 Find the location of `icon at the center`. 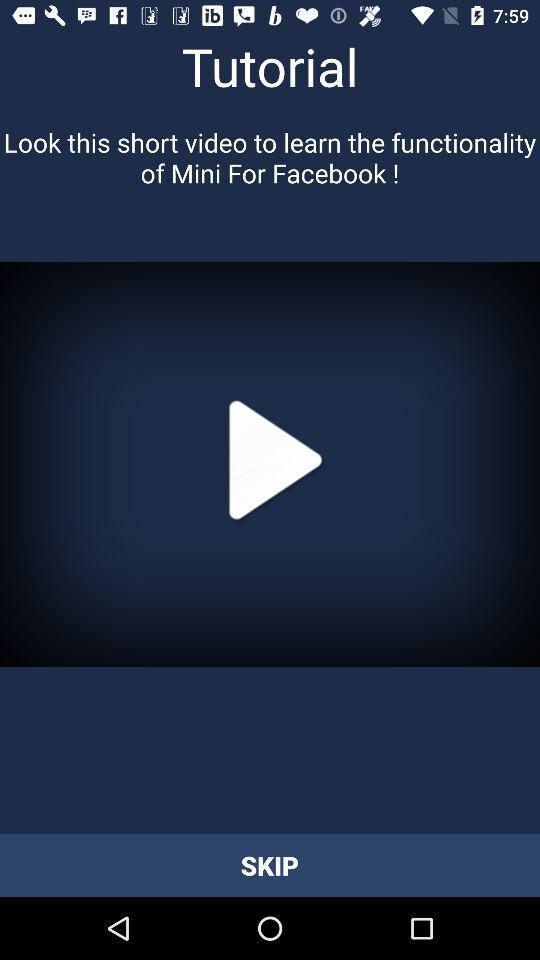

icon at the center is located at coordinates (270, 464).